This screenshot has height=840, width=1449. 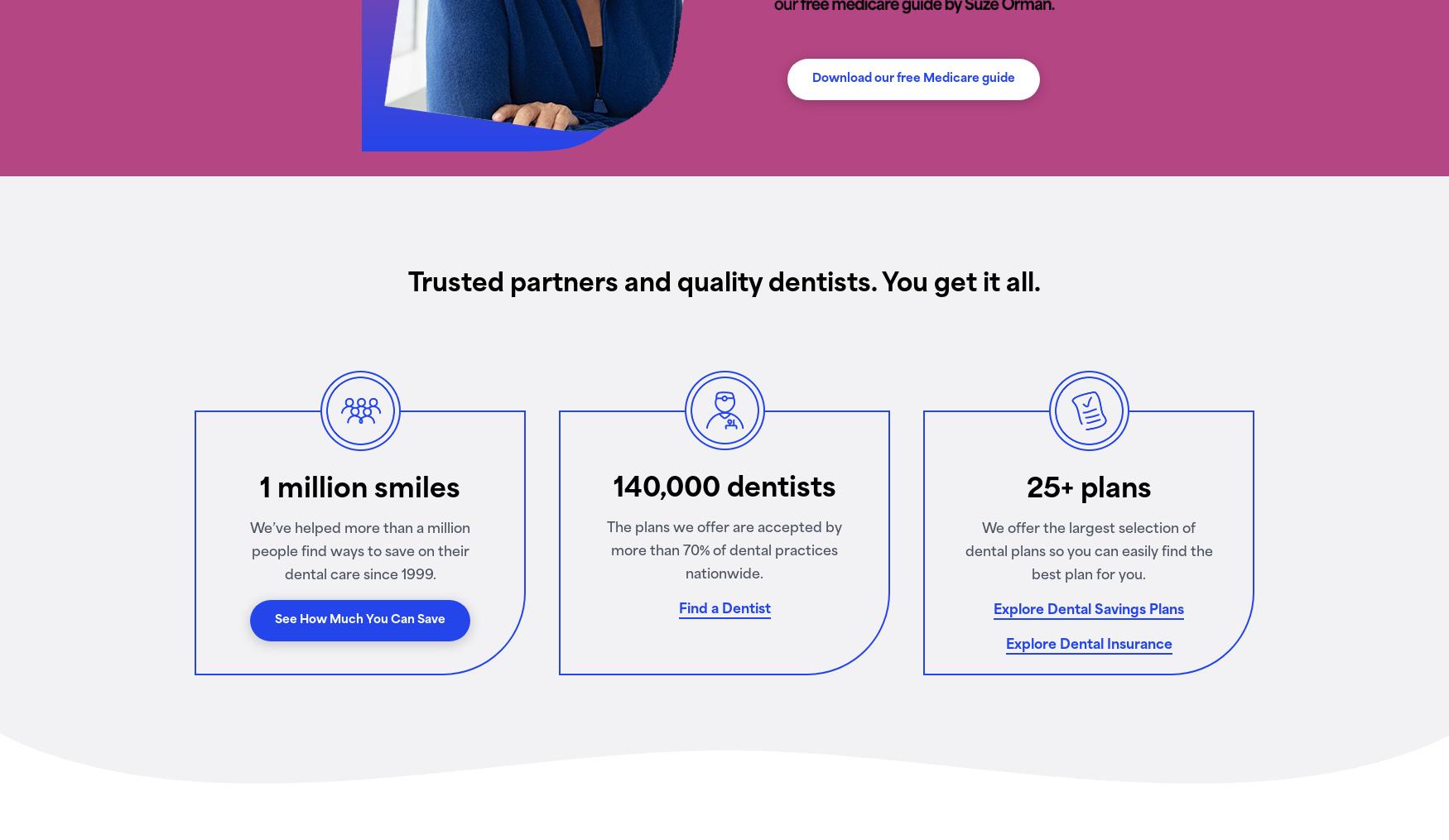 What do you see at coordinates (428, 594) in the screenshot?
I see `'Web Accessibility'` at bounding box center [428, 594].